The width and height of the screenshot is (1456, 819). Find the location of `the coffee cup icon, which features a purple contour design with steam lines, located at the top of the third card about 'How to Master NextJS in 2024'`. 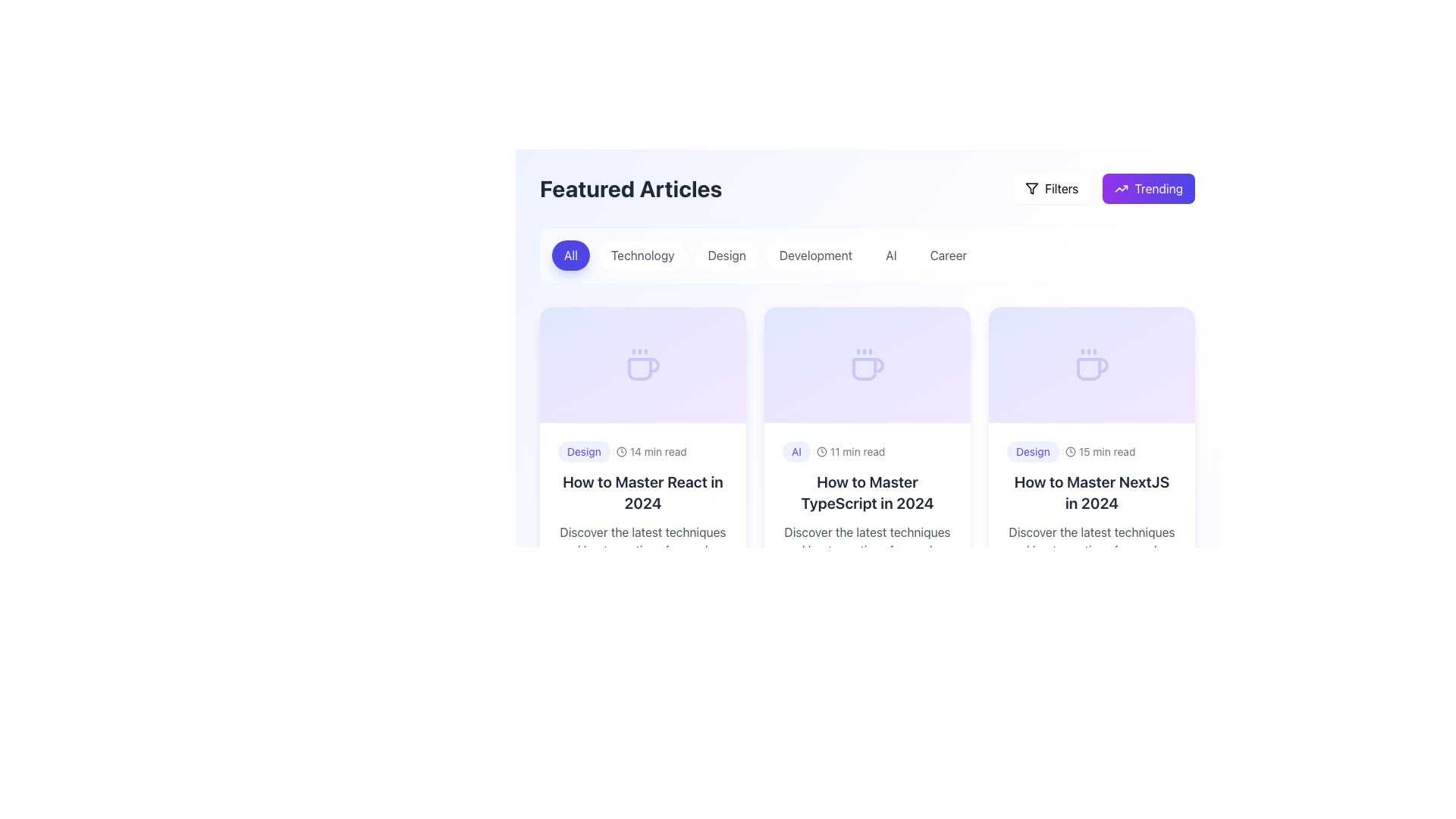

the coffee cup icon, which features a purple contour design with steam lines, located at the top of the third card about 'How to Master NextJS in 2024' is located at coordinates (1092, 365).